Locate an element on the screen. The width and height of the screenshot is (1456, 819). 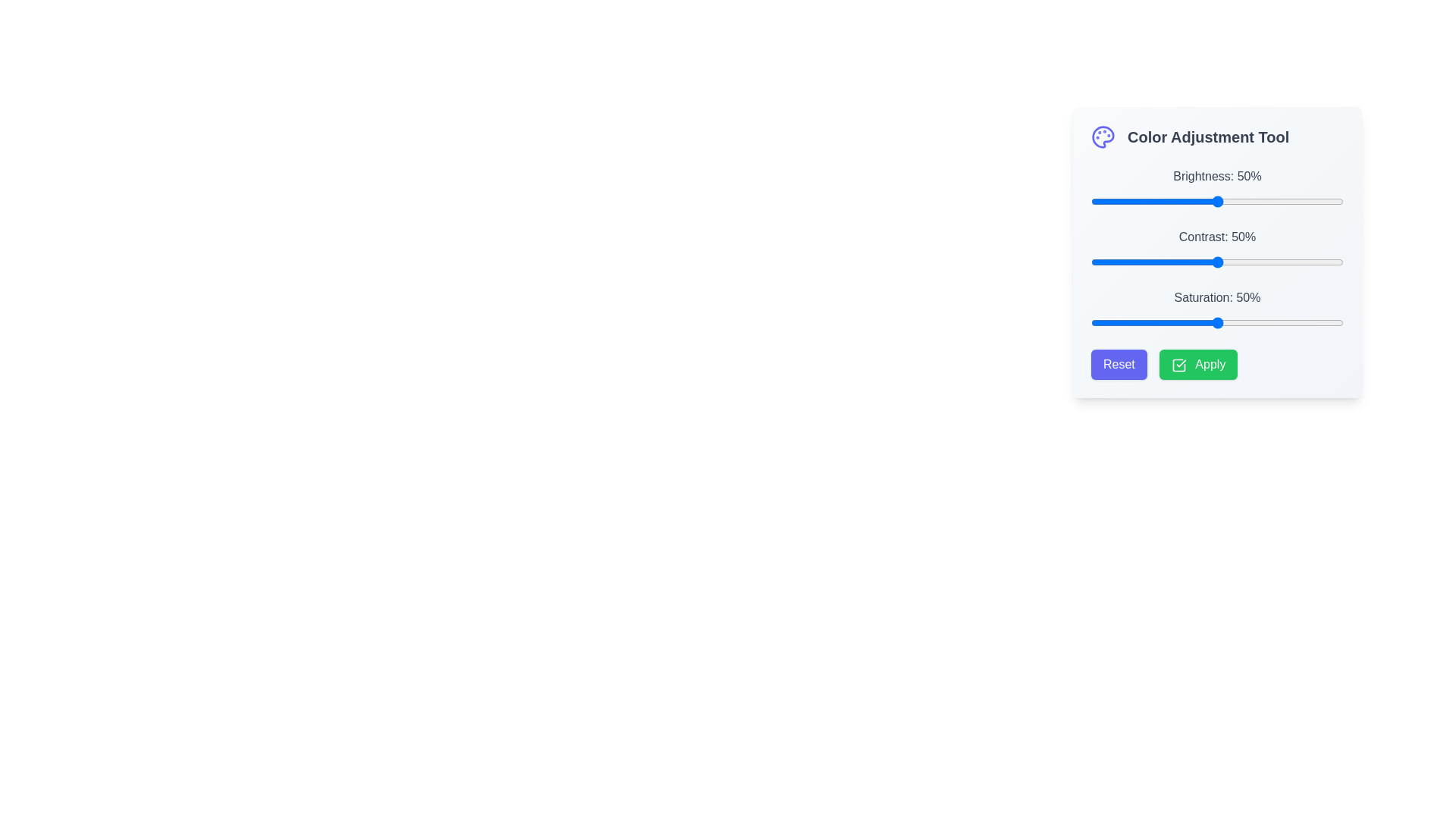
the 'Apply' button, which is a rectangular button with rounded corners, a green background, and white text reading 'Apply', located to the right of the 'Reset' button in the 'Color Adjustment Tool' interface is located at coordinates (1197, 365).